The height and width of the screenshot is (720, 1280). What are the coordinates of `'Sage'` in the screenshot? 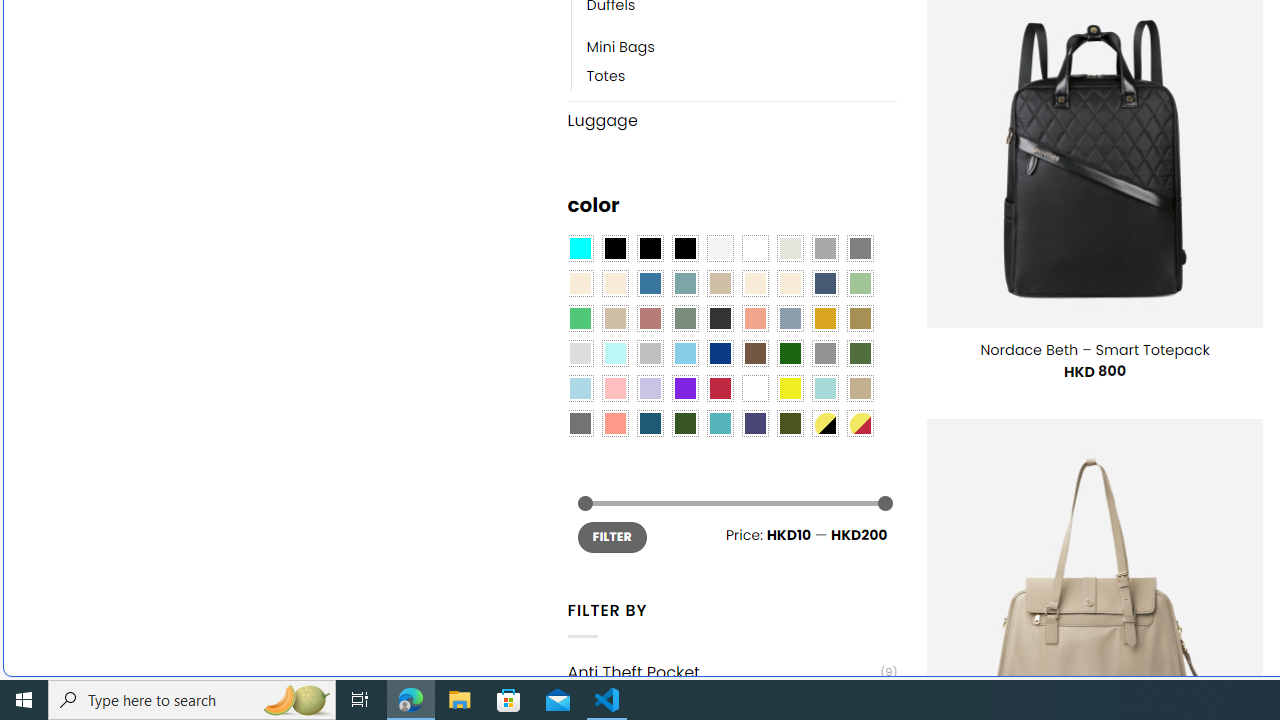 It's located at (684, 317).